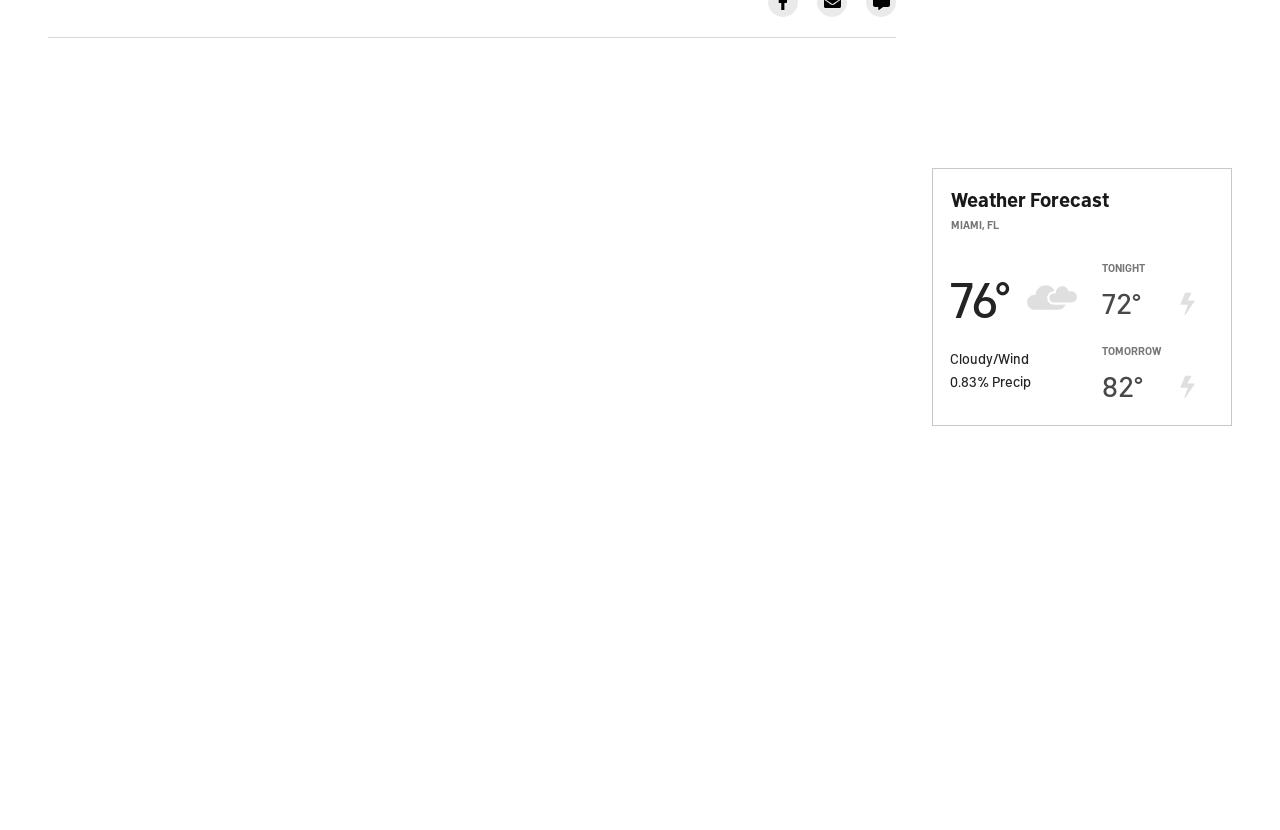 This screenshot has width=1280, height=830. I want to click on 'Precip', so click(1011, 378).